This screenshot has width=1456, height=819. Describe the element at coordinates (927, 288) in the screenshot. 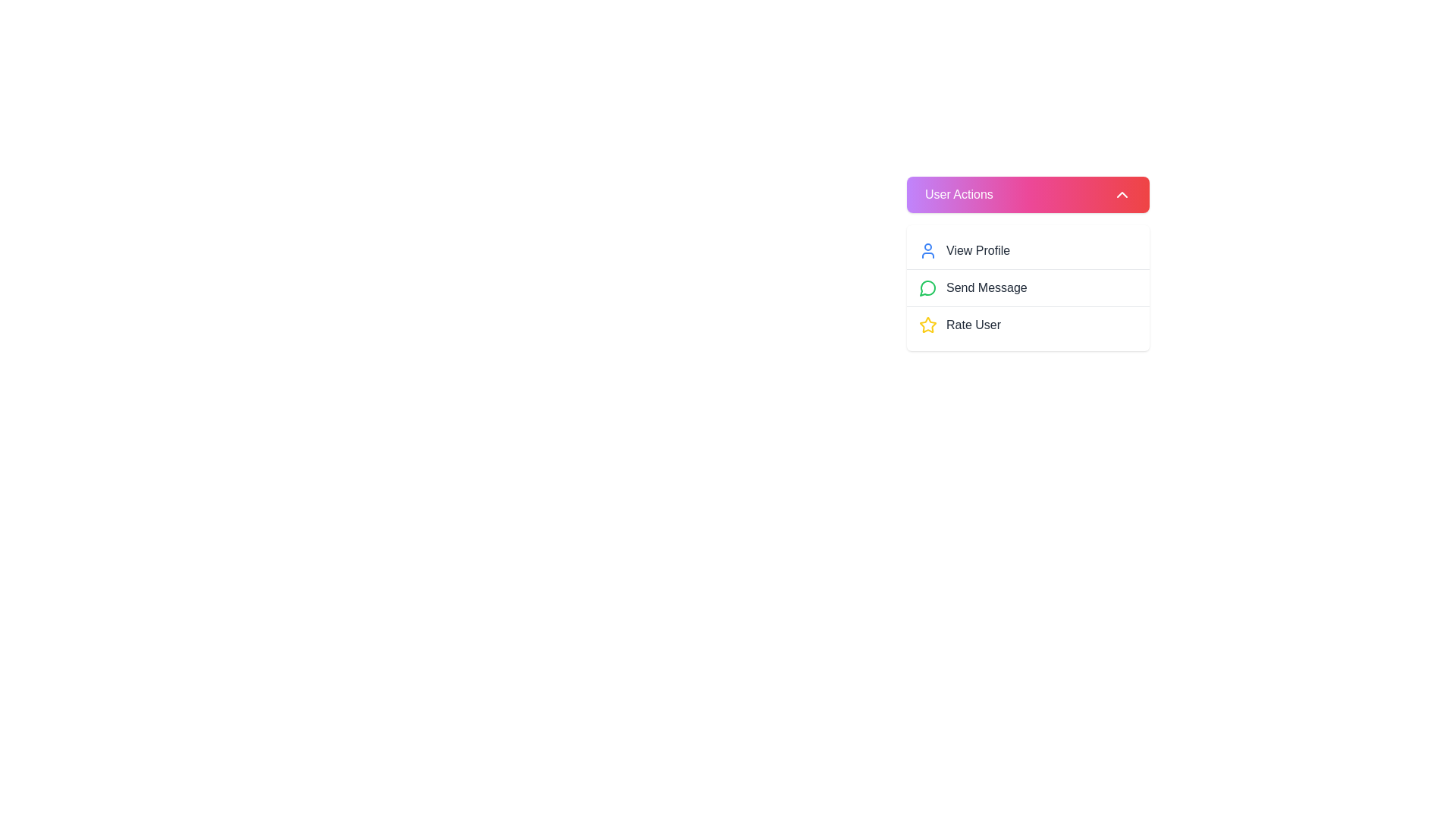

I see `the circular chat bubble icon with a green border in the second row of the action list under 'User Actions', associated with the 'Send Message' option` at that location.